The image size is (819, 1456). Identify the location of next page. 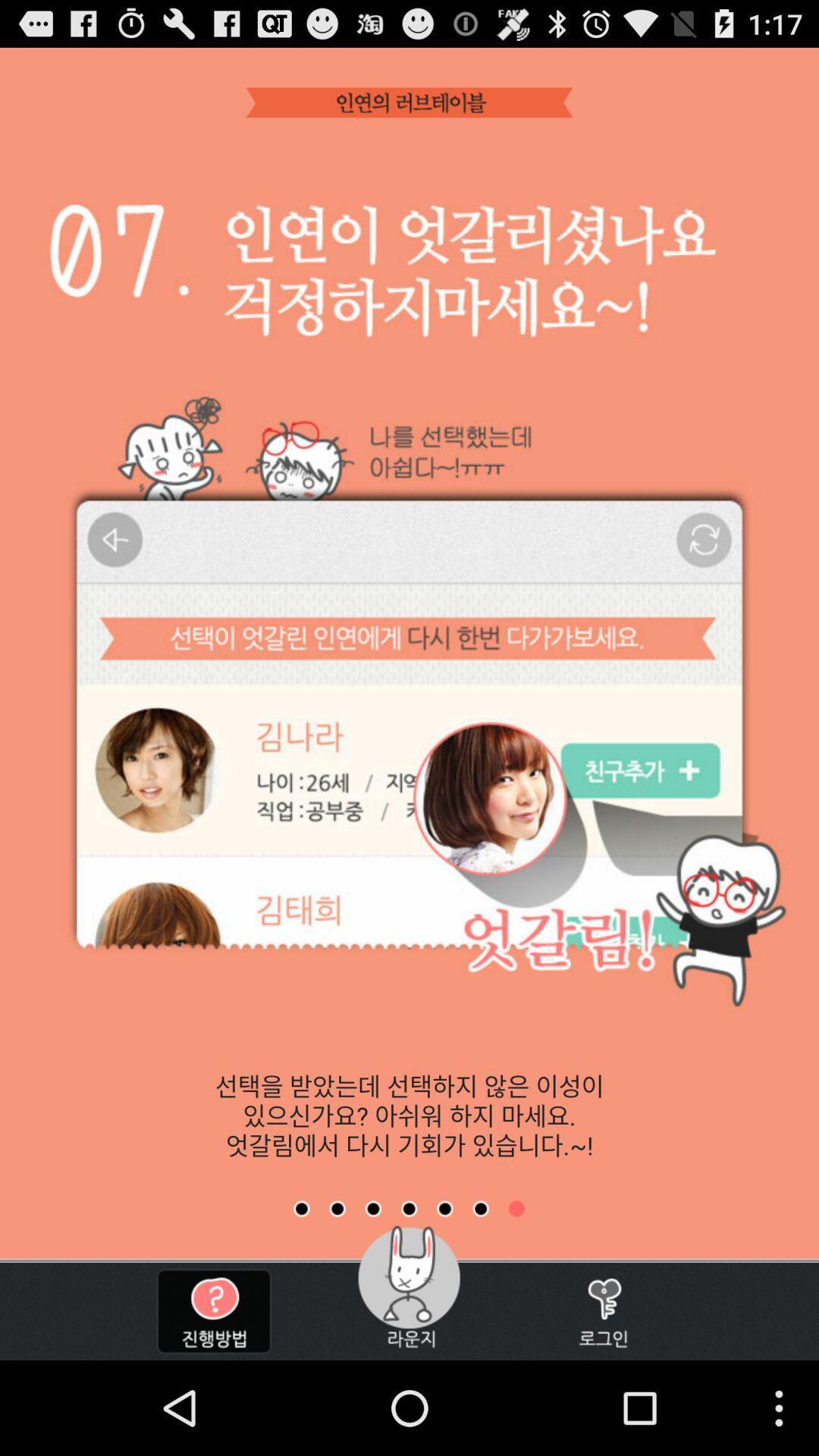
(373, 1208).